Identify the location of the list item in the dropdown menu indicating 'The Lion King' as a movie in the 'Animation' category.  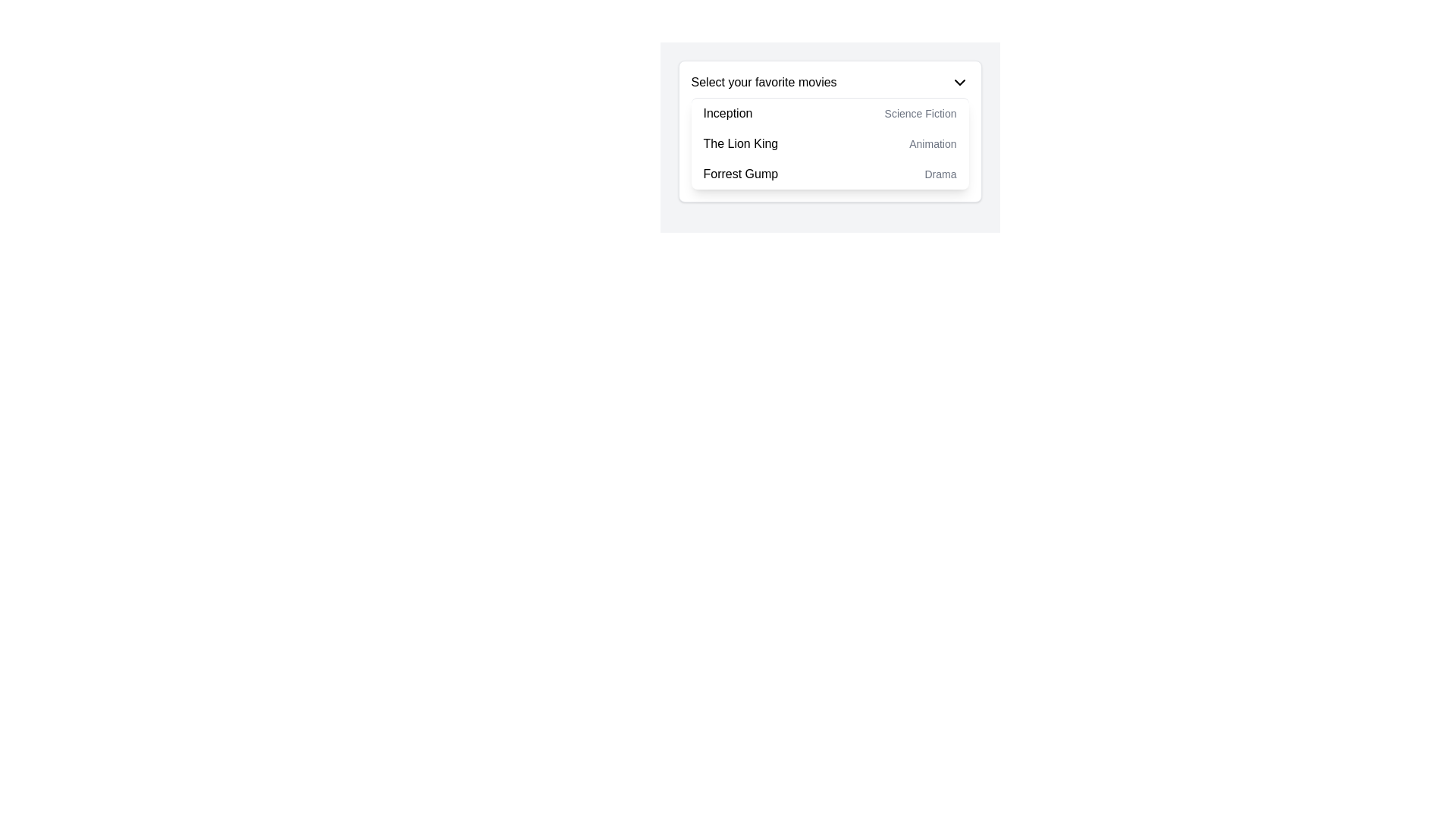
(829, 143).